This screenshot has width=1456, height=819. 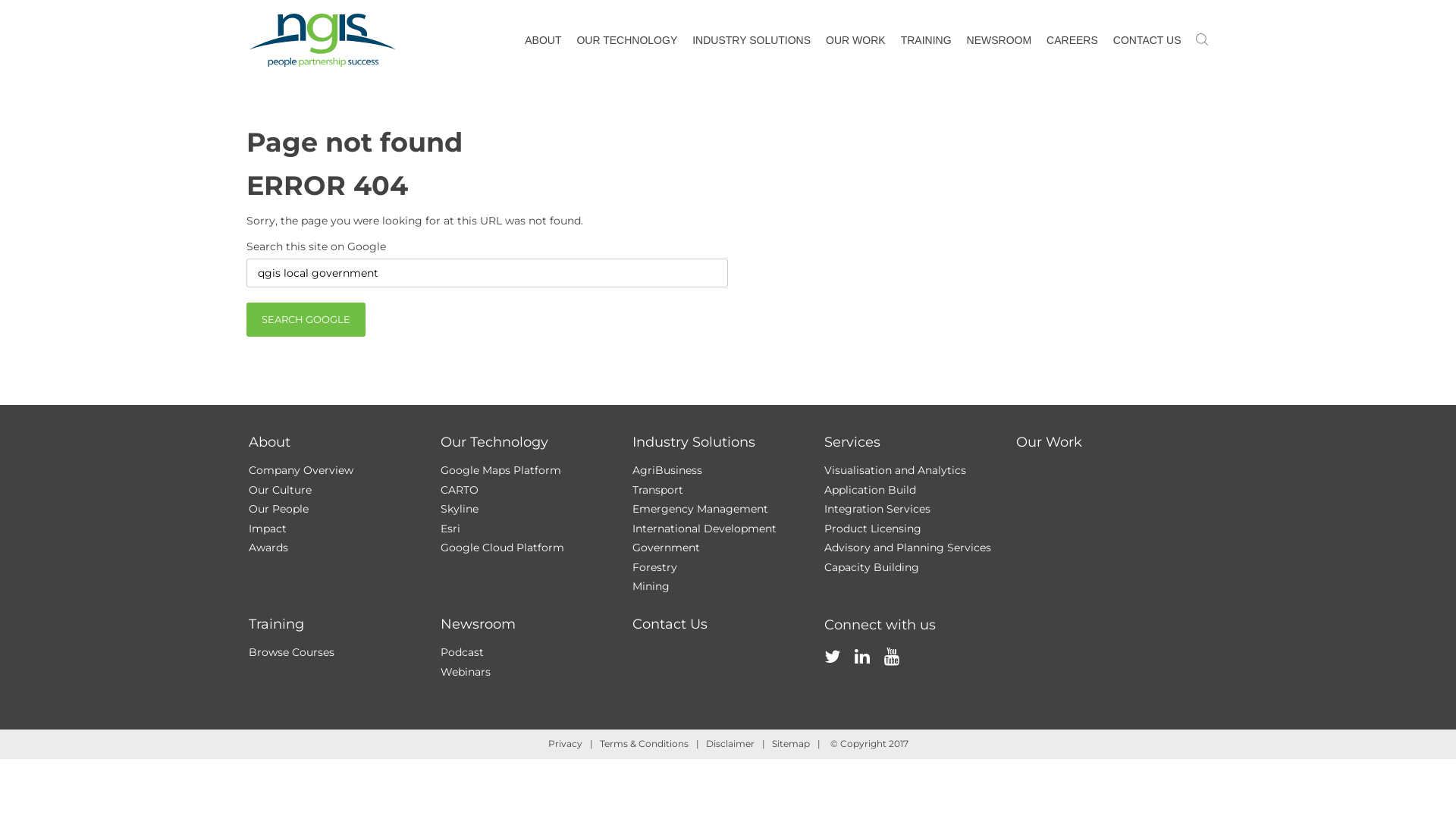 I want to click on 'Webinars', so click(x=464, y=671).